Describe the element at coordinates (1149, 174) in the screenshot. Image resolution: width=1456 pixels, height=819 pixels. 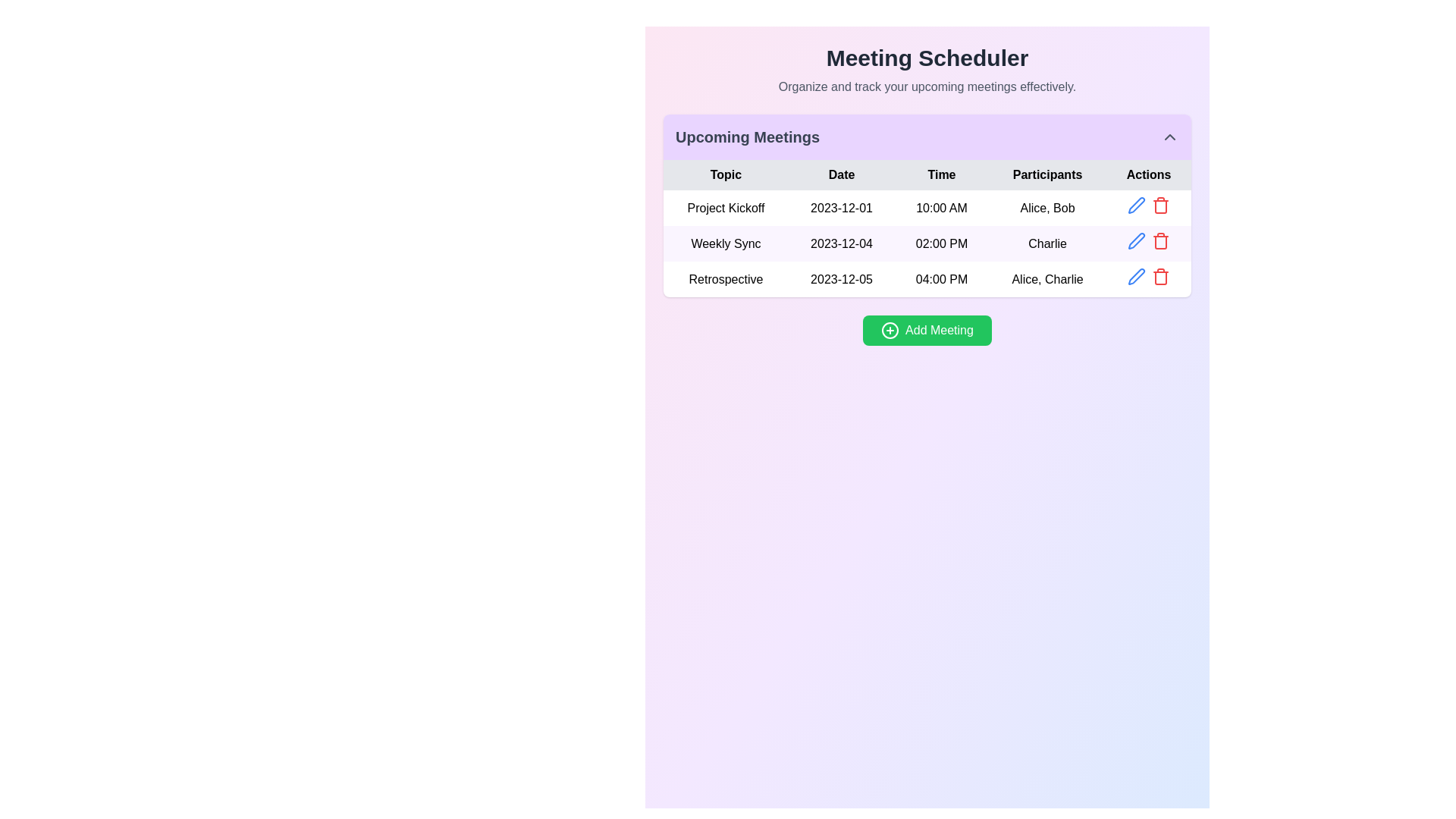
I see `the text label displaying 'Actions' in bold black font, located in the rightmost position of the header row in the table layout` at that location.